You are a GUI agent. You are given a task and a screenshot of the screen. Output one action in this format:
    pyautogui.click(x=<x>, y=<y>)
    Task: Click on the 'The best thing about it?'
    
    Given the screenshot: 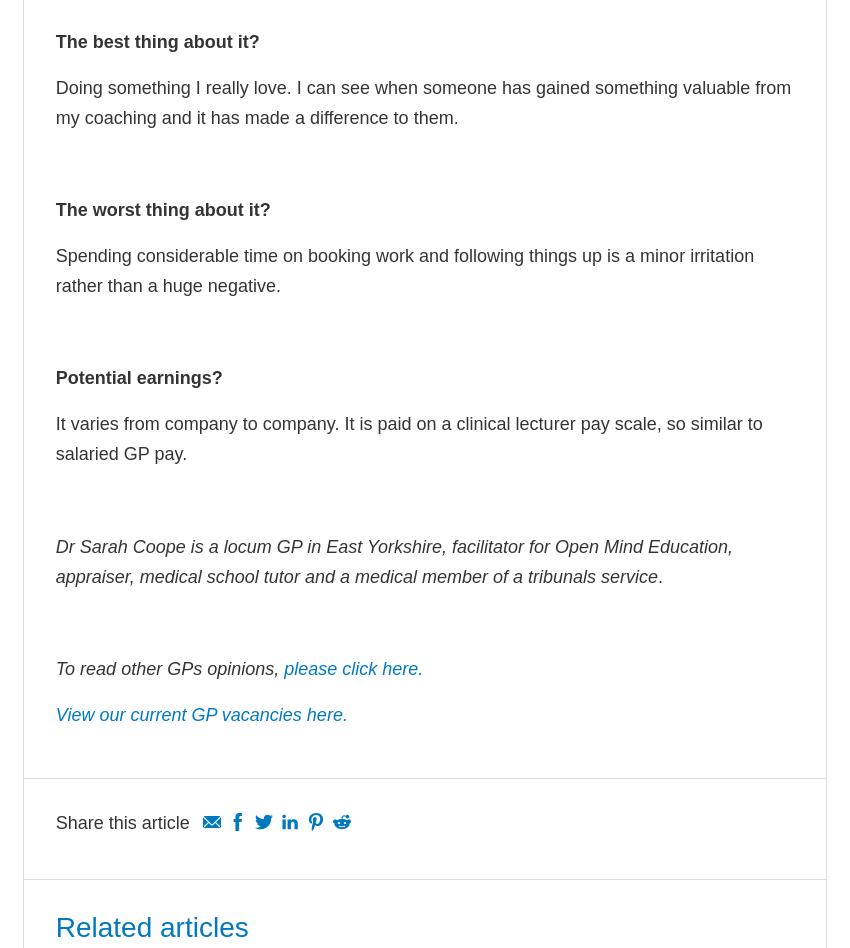 What is the action you would take?
    pyautogui.click(x=54, y=40)
    